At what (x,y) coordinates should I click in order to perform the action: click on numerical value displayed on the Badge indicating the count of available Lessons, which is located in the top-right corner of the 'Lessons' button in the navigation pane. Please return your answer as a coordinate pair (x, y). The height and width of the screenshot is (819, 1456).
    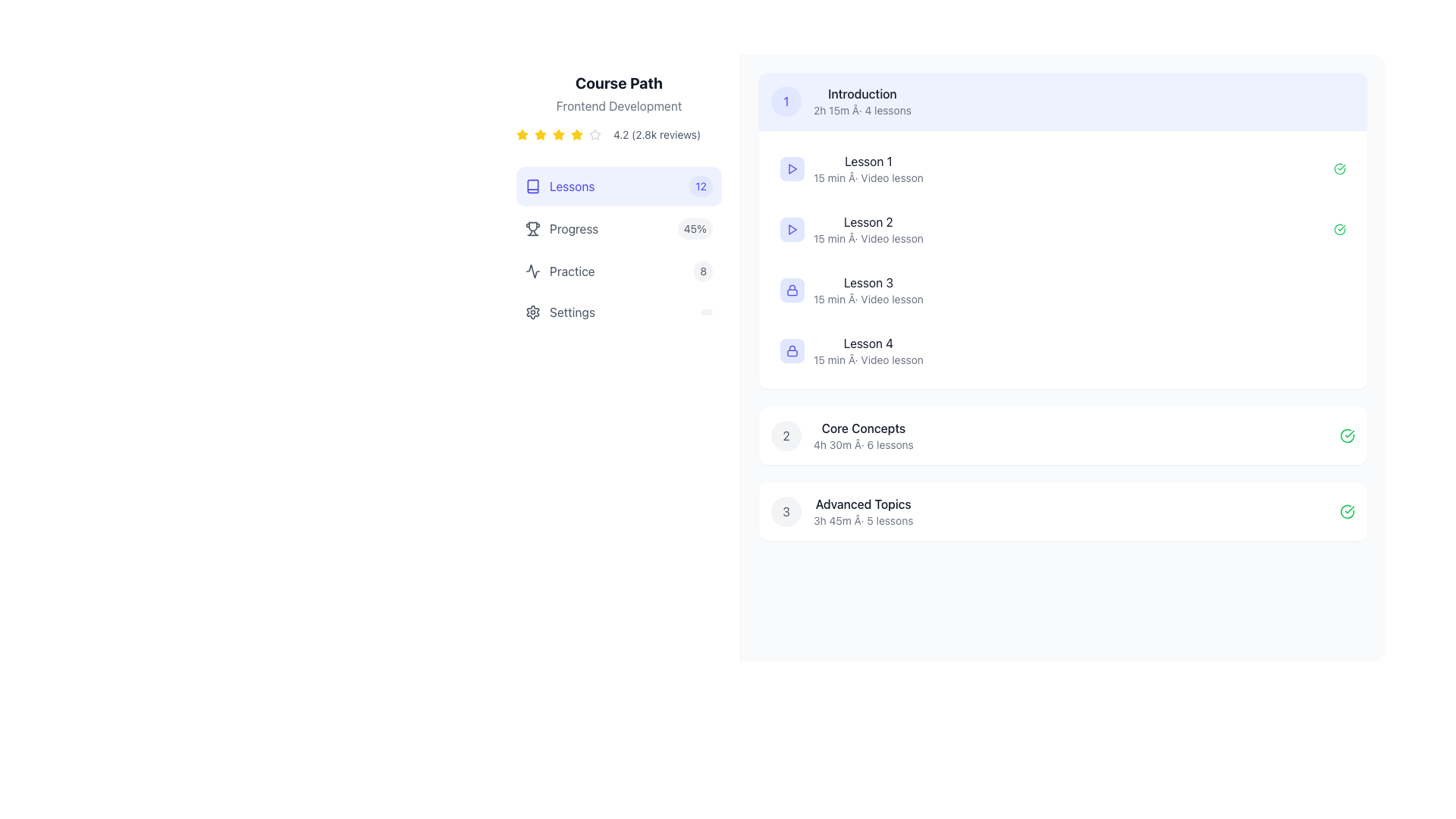
    Looking at the image, I should click on (700, 186).